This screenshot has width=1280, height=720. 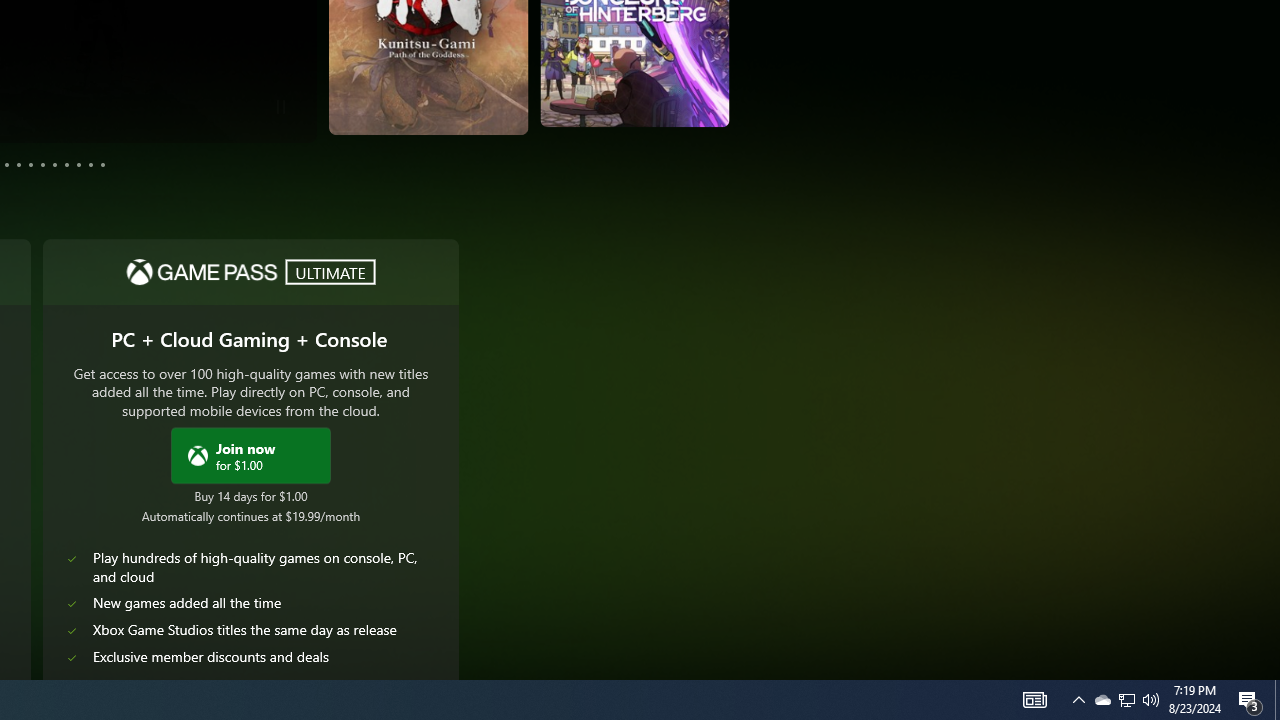 What do you see at coordinates (78, 163) in the screenshot?
I see `'Page 10'` at bounding box center [78, 163].